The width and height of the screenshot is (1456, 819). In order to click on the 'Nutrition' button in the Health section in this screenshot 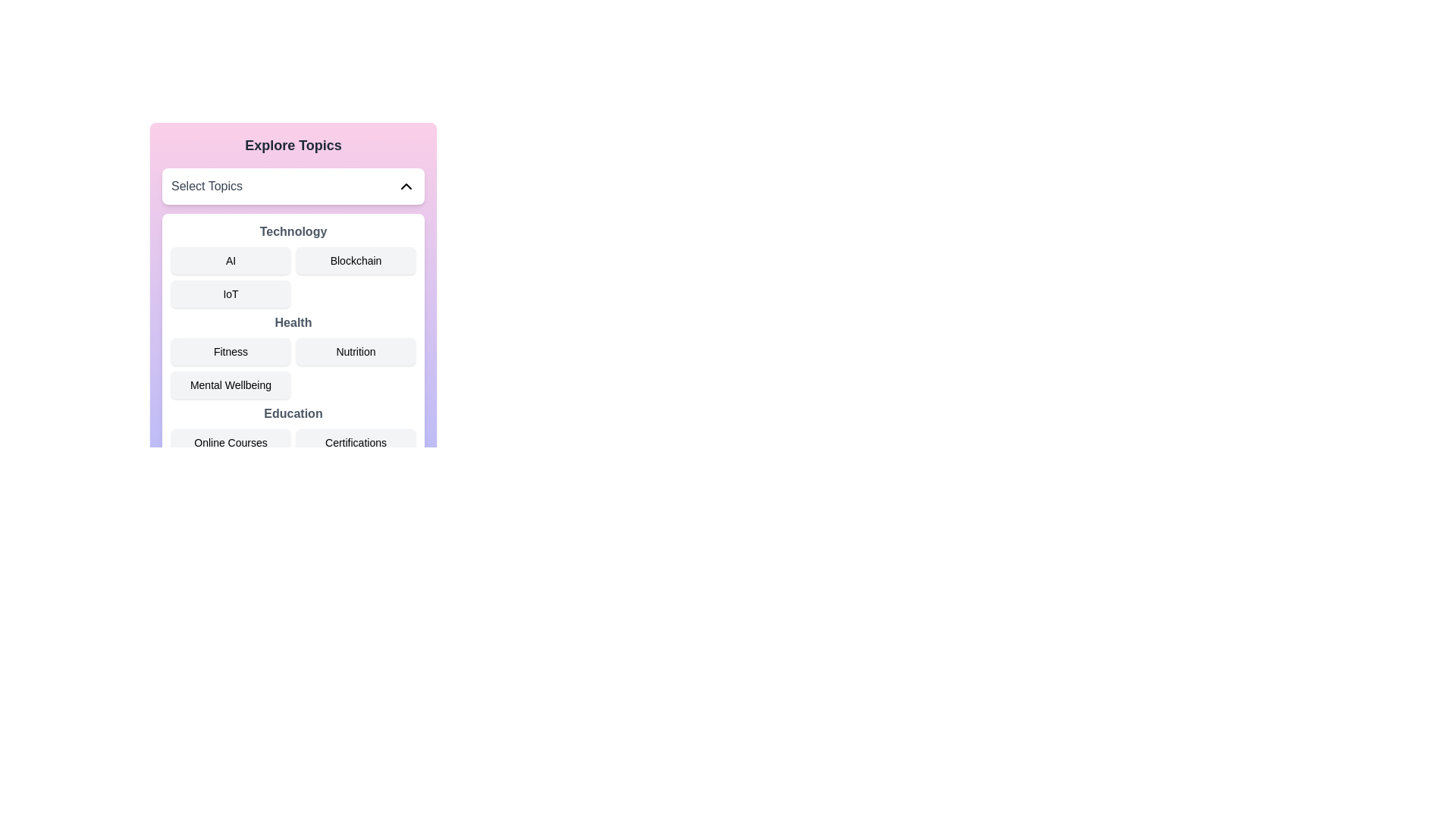, I will do `click(293, 356)`.